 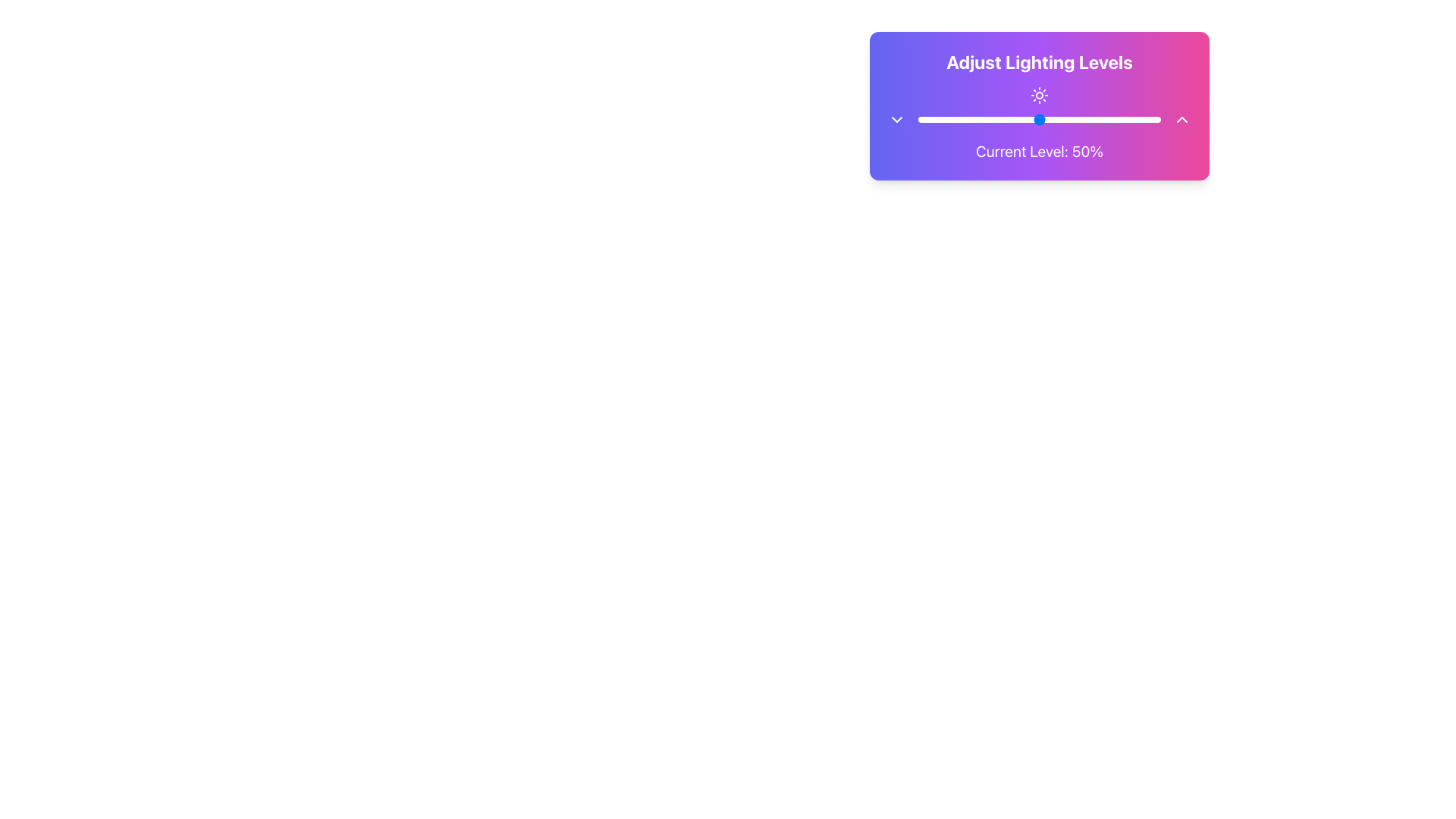 I want to click on the lighting level, so click(x=1027, y=119).